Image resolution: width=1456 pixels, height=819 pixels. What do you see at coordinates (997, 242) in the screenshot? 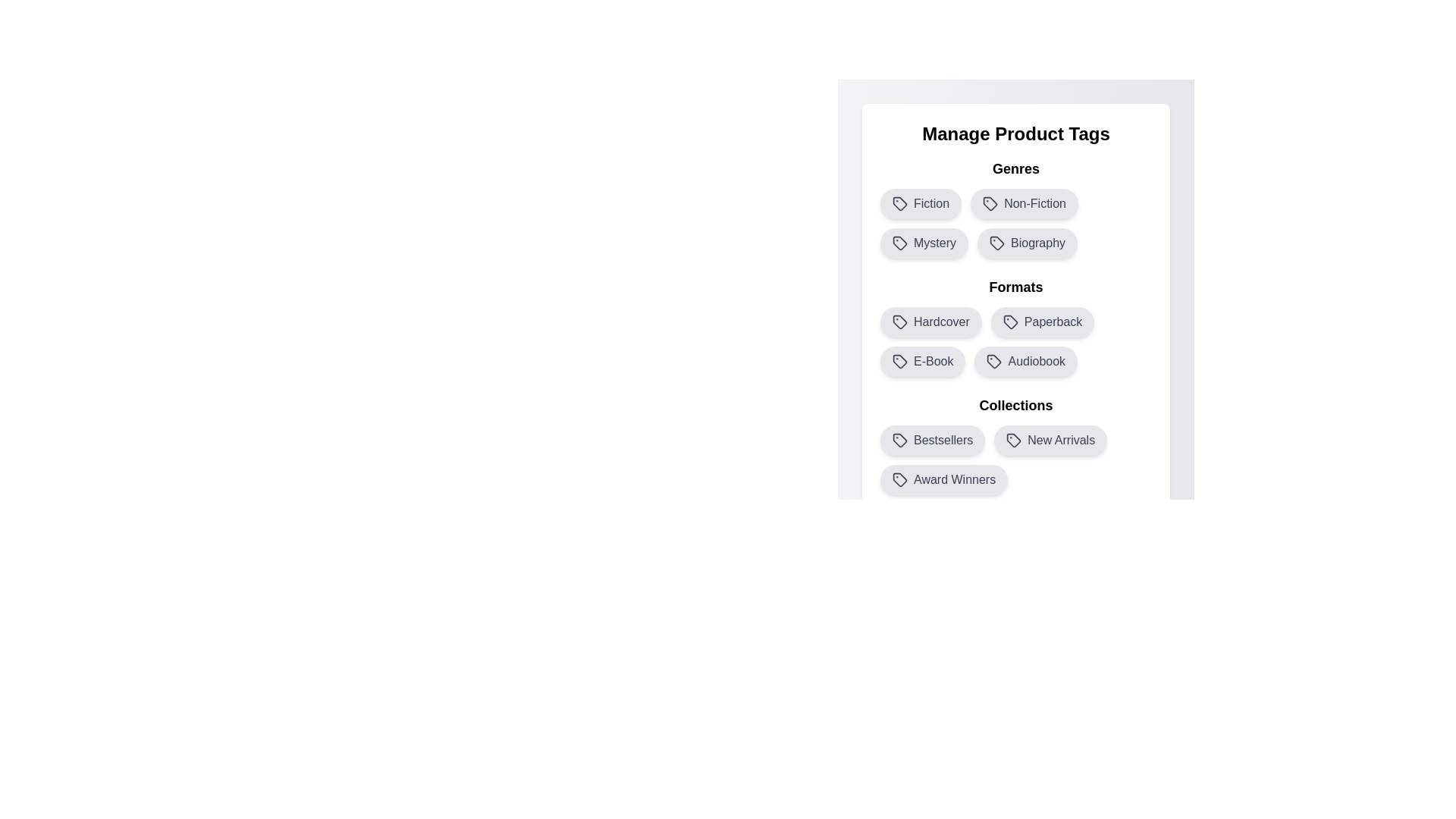
I see `the 'Biography' tag icon` at bounding box center [997, 242].